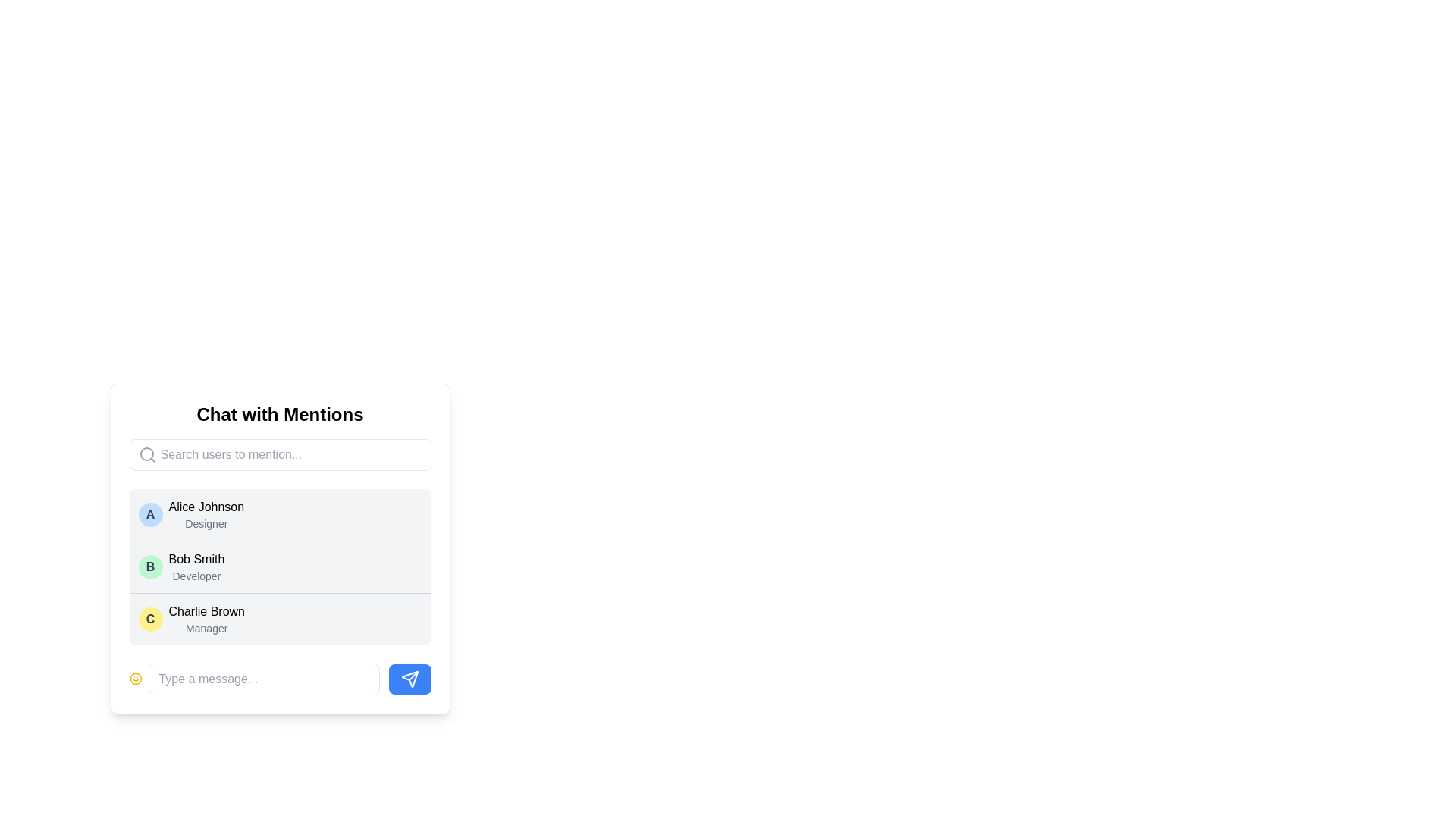 Image resolution: width=1456 pixels, height=819 pixels. Describe the element at coordinates (280, 513) in the screenshot. I see `the list item representing the user 'Alice Johnson'` at that location.